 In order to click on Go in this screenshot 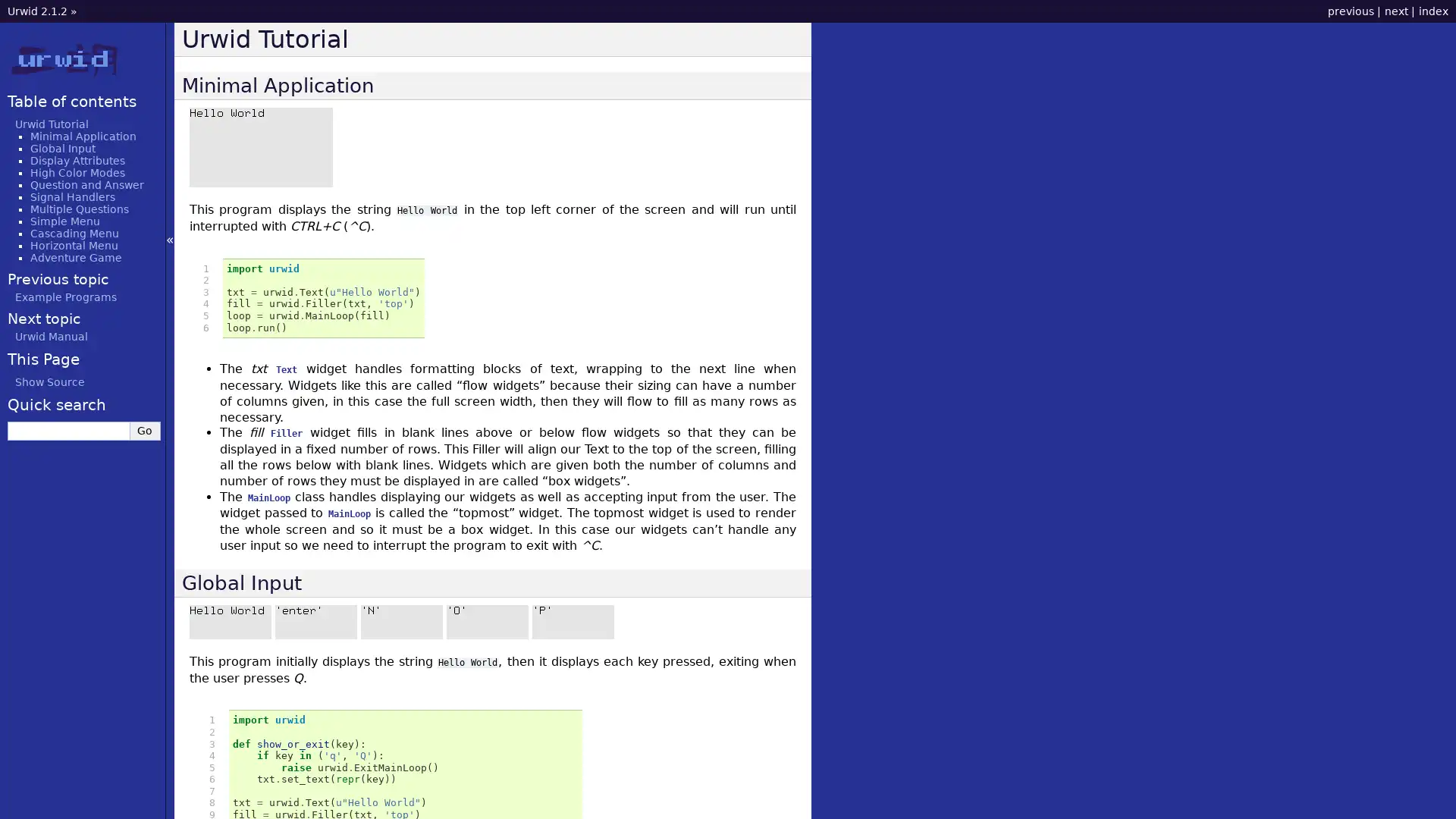, I will do `click(145, 430)`.